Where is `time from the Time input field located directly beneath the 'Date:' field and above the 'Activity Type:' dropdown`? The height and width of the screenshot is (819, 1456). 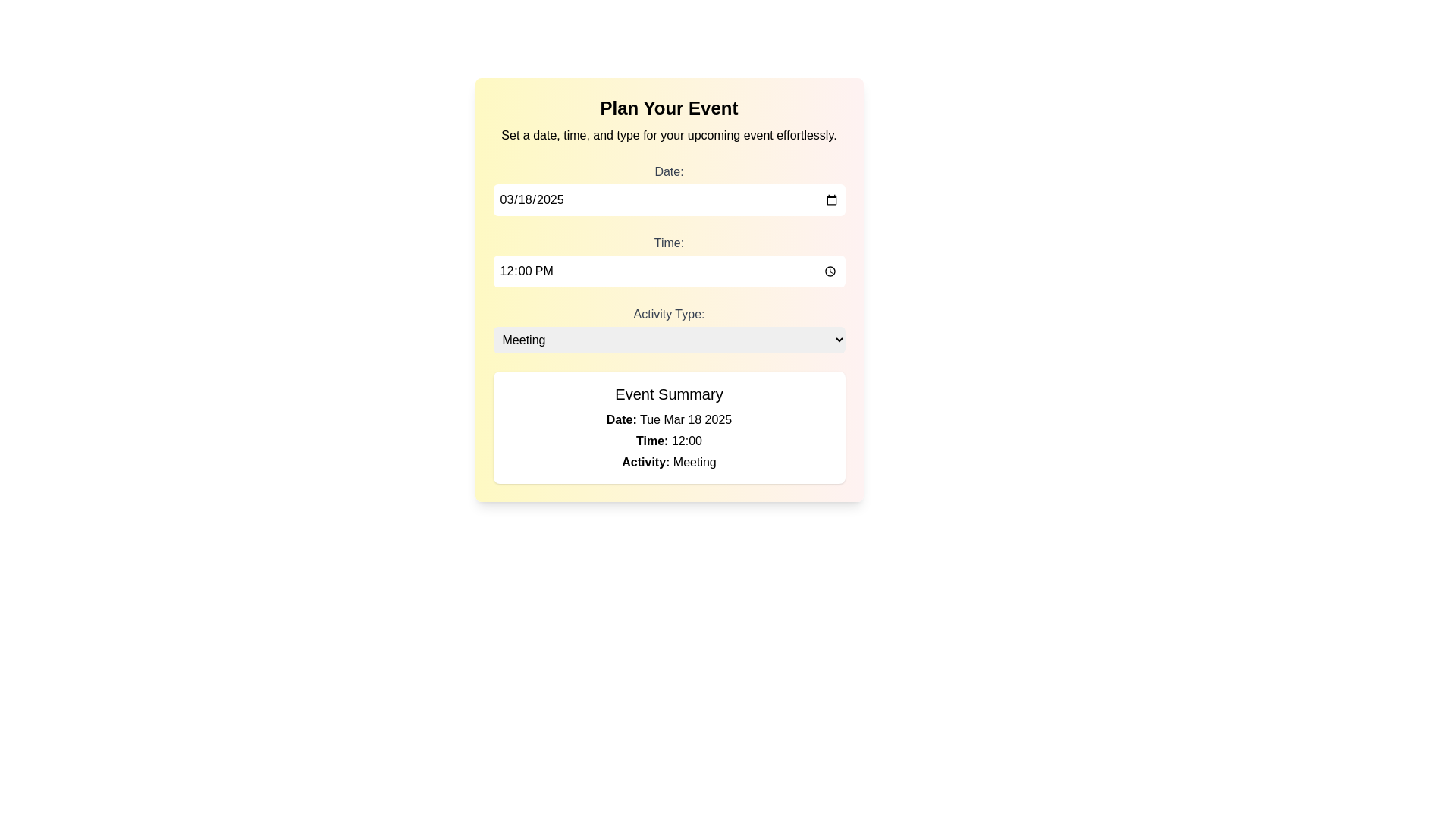 time from the Time input field located directly beneath the 'Date:' field and above the 'Activity Type:' dropdown is located at coordinates (668, 259).